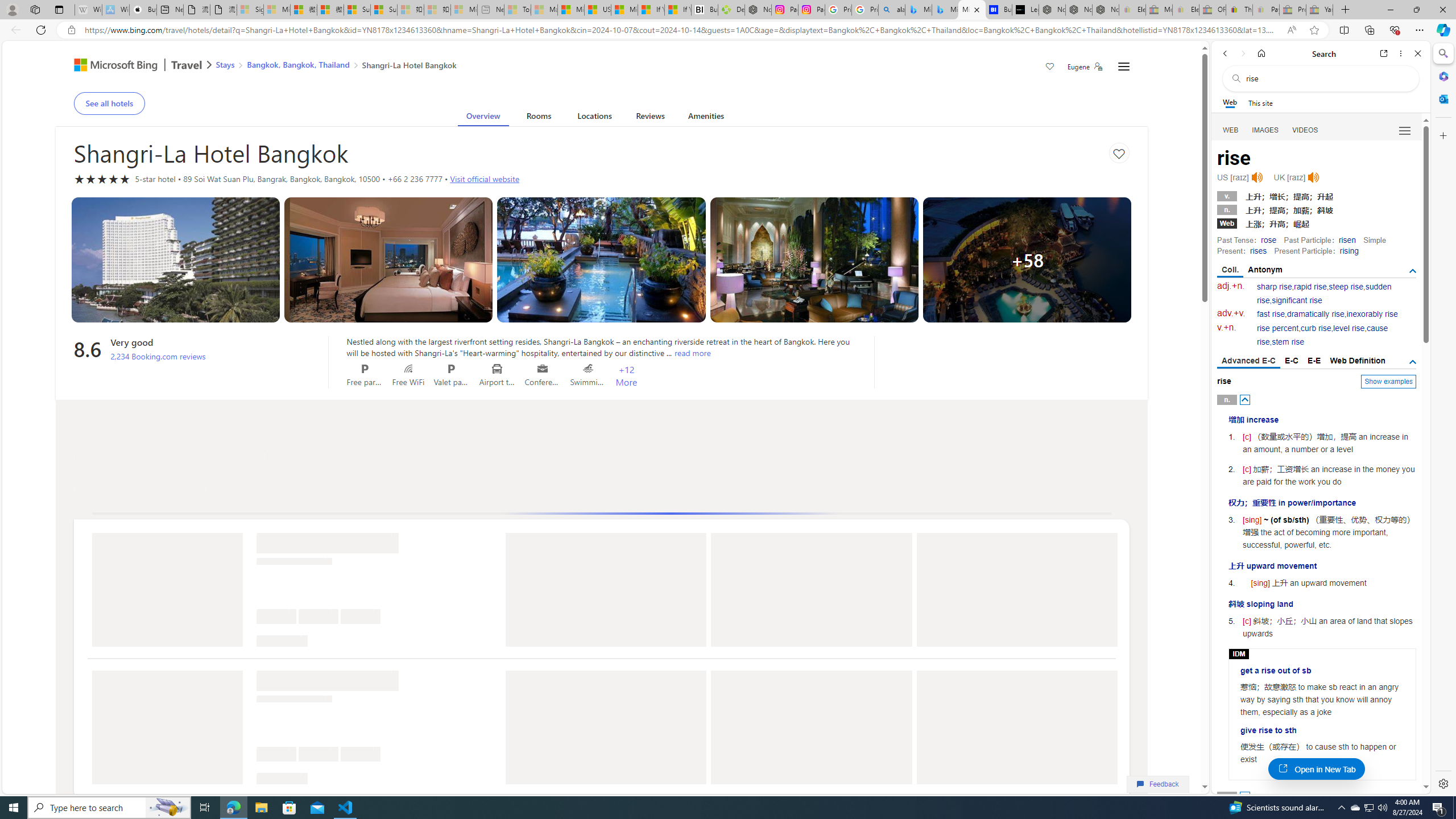 The image size is (1456, 819). I want to click on 'Coll.', so click(1230, 270).